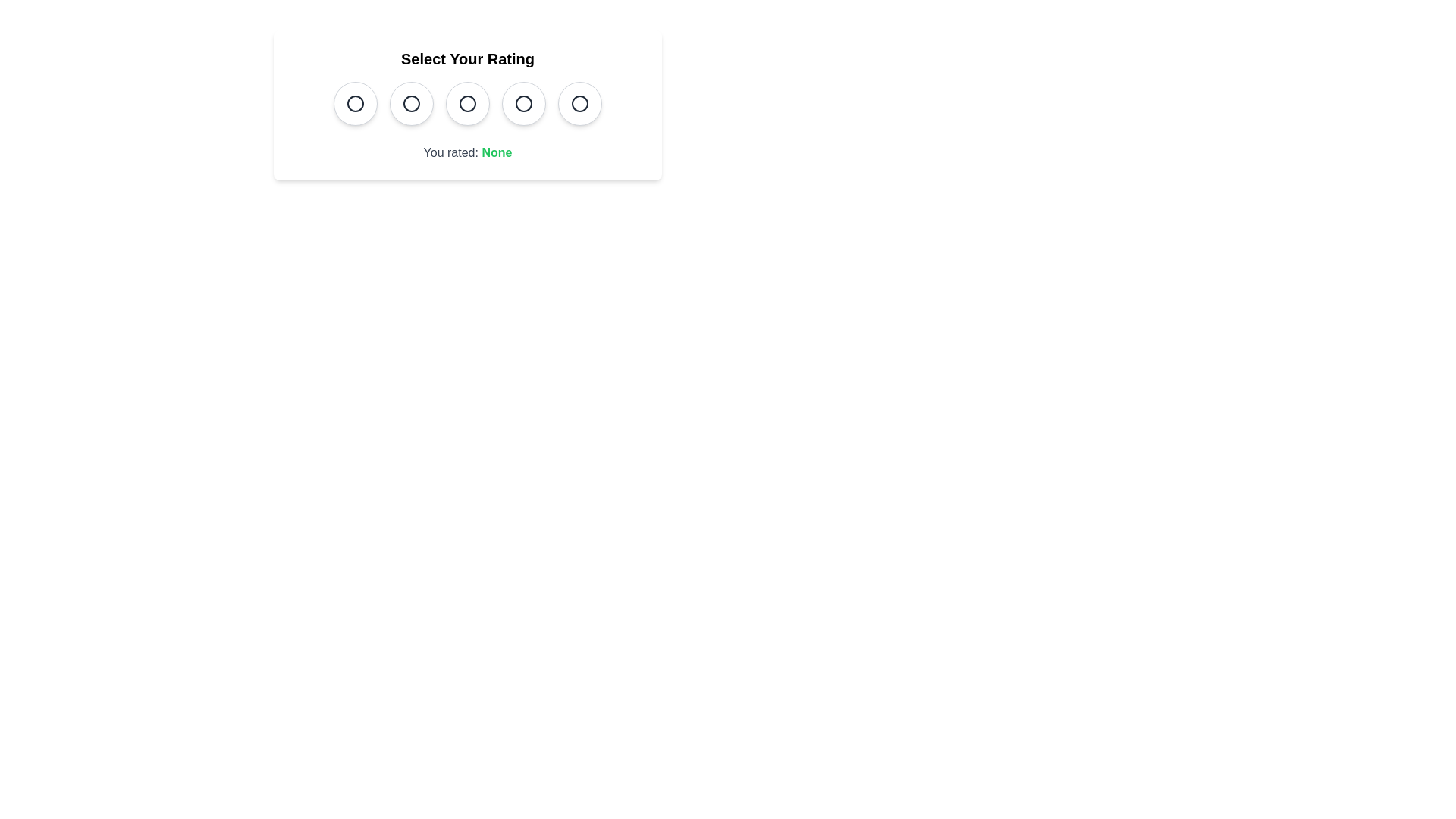  What do you see at coordinates (579, 103) in the screenshot?
I see `button corresponding to the rating 5` at bounding box center [579, 103].